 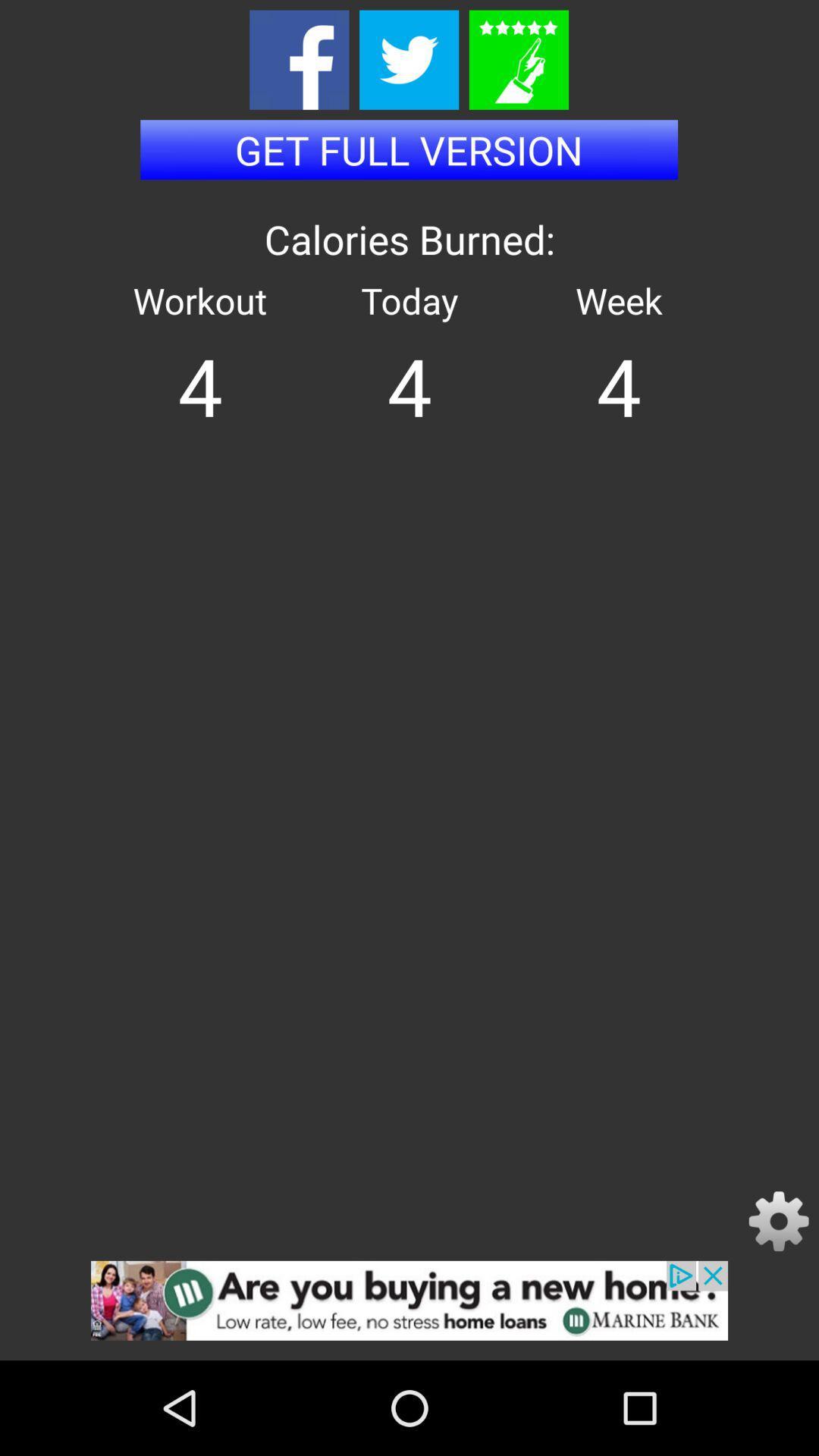 I want to click on share on twitter, so click(x=408, y=60).